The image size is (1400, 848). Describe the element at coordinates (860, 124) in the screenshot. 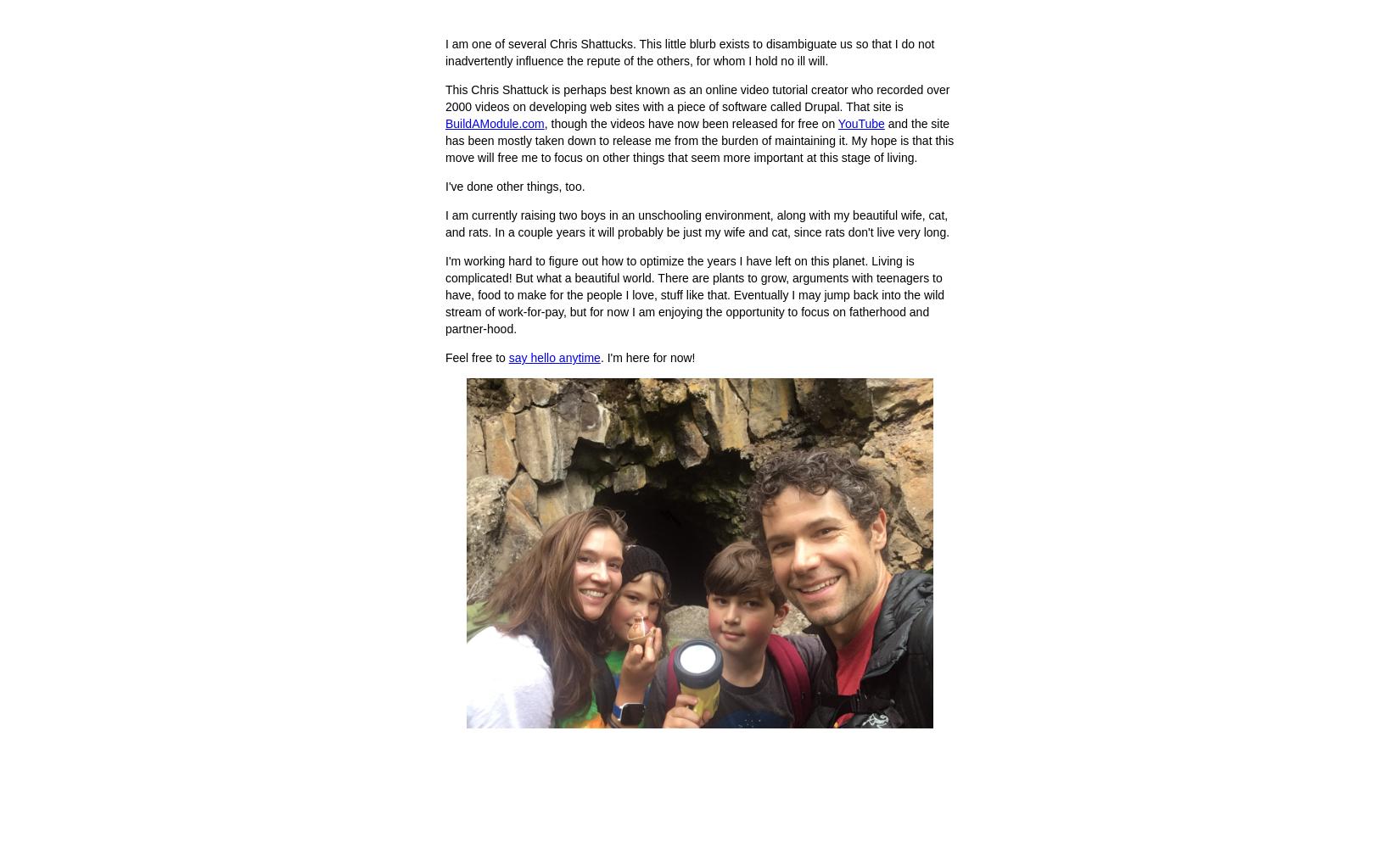

I see `'YouTube'` at that location.